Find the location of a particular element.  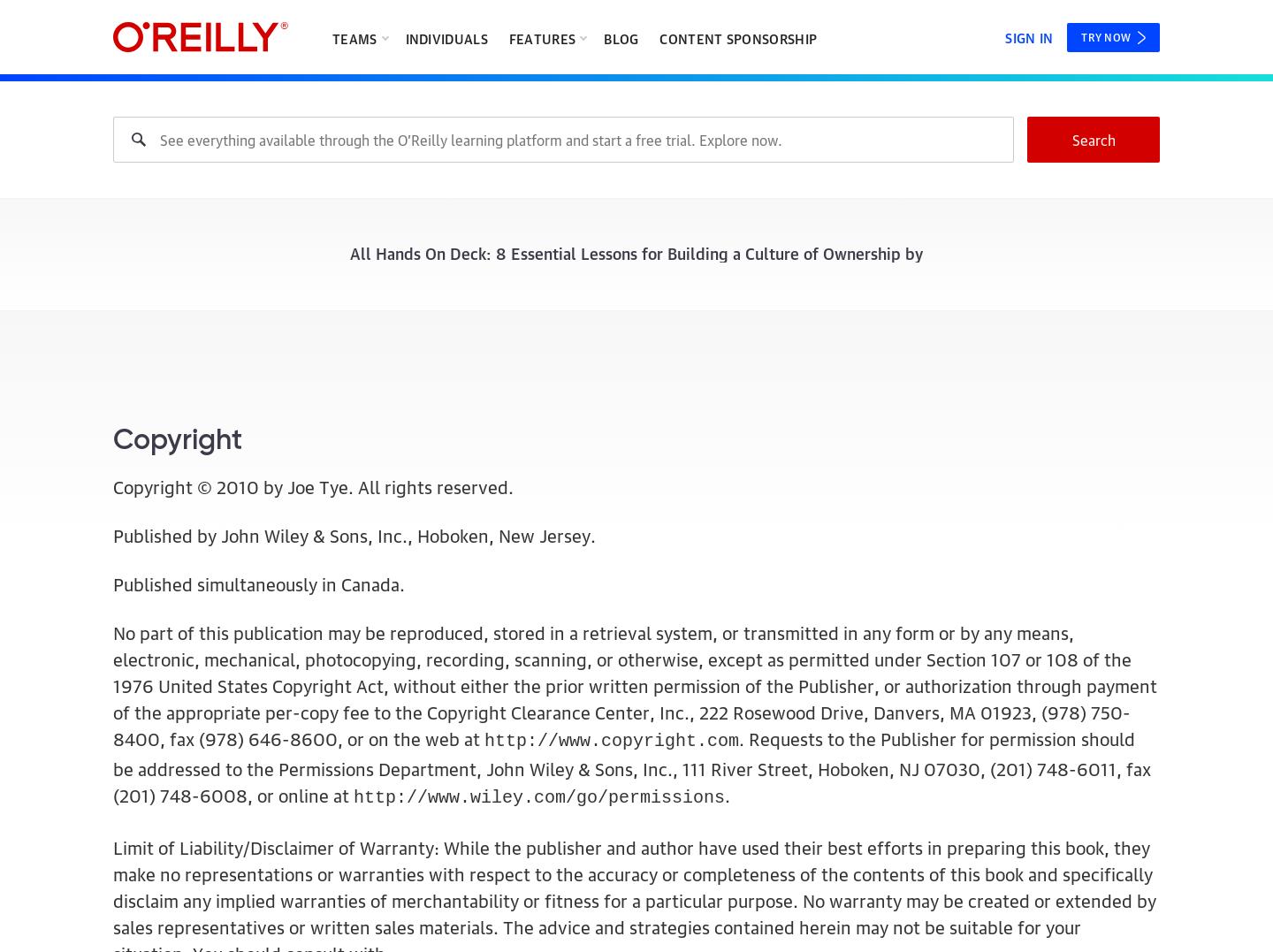

'. Requests to the Publisher for permission should be addressed to the Permissions Department, John Wiley & Sons, Inc., 111 River Street, Hoboken, NJ 07030, (201) 748-6011, fax (201) 748-6008, or online at' is located at coordinates (112, 765).